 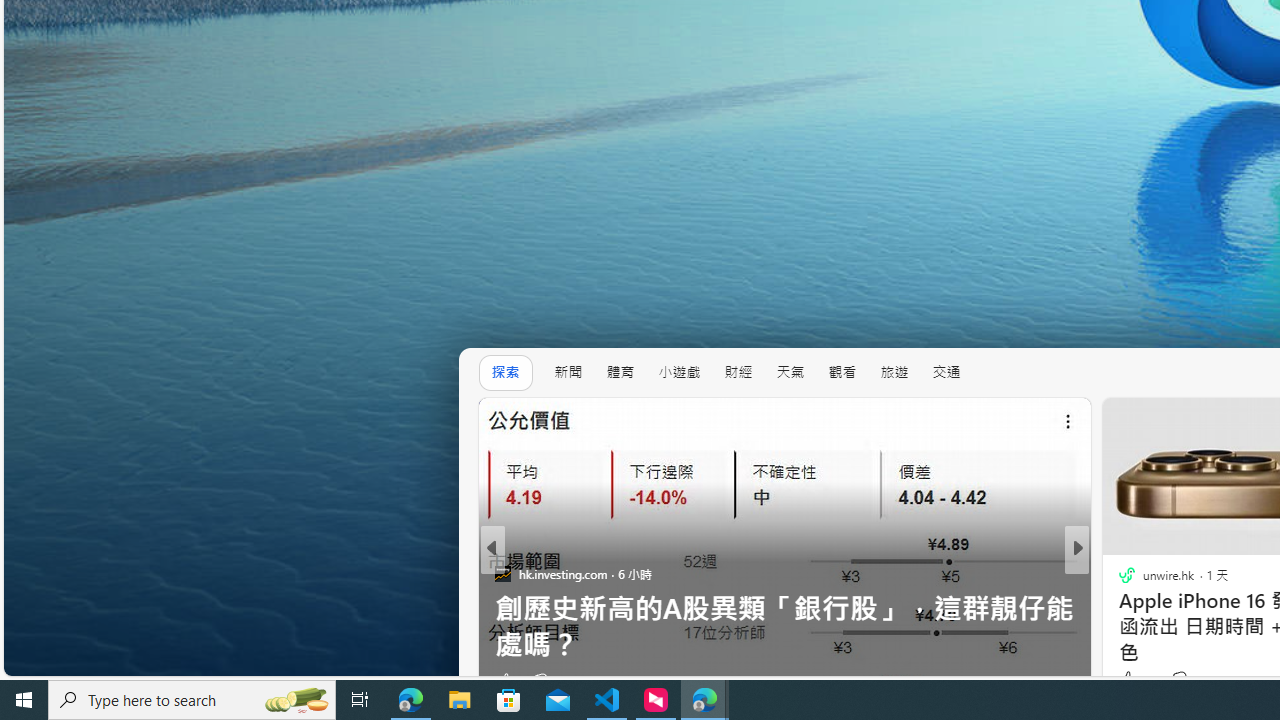 What do you see at coordinates (502, 573) in the screenshot?
I see `'hk.investing.com'` at bounding box center [502, 573].